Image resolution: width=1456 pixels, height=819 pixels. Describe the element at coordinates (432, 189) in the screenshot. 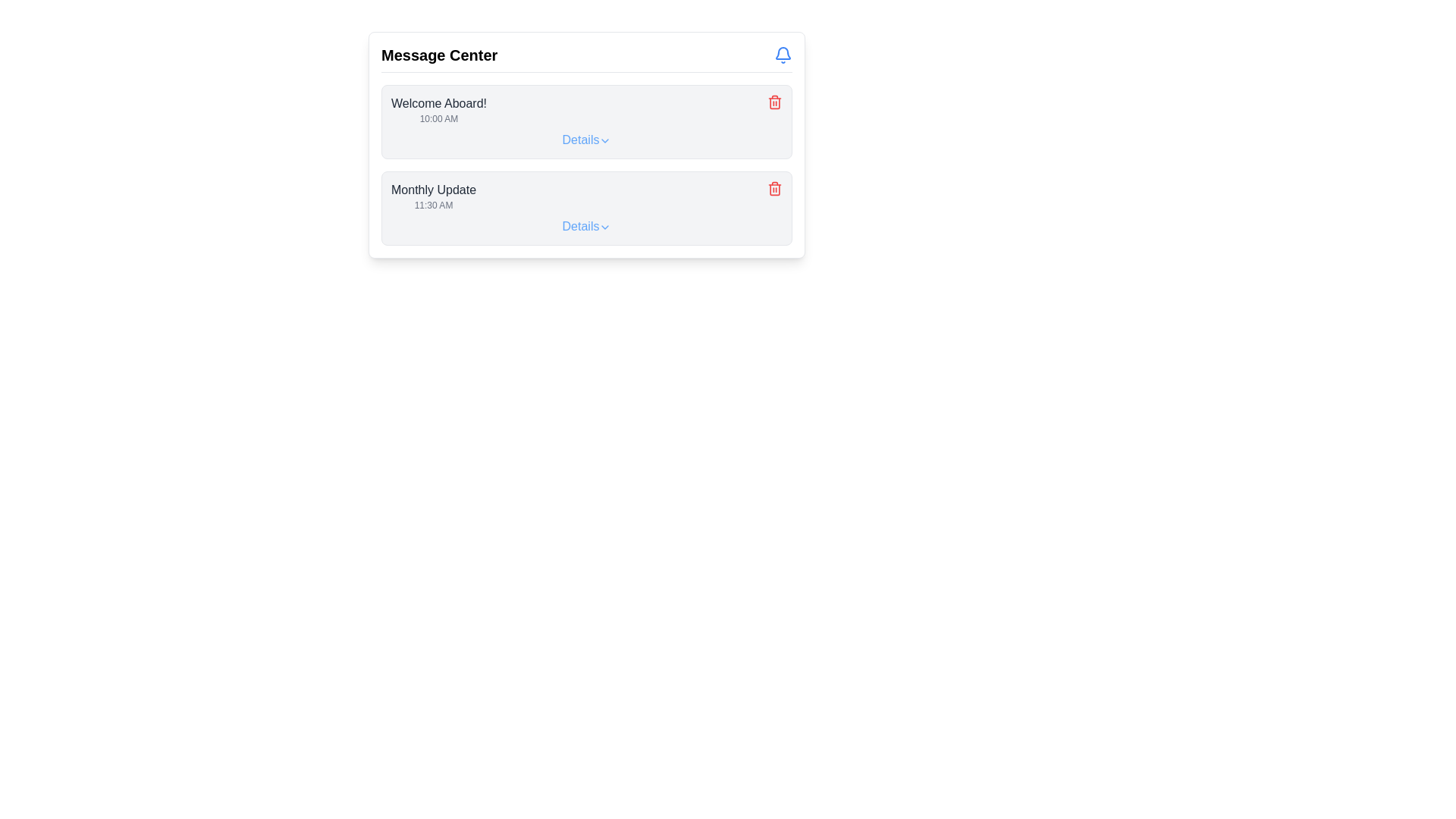

I see `text label displaying 'Monthly Update', which is positioned in the Message Center section, above the timestamp '11:30 AM'` at that location.